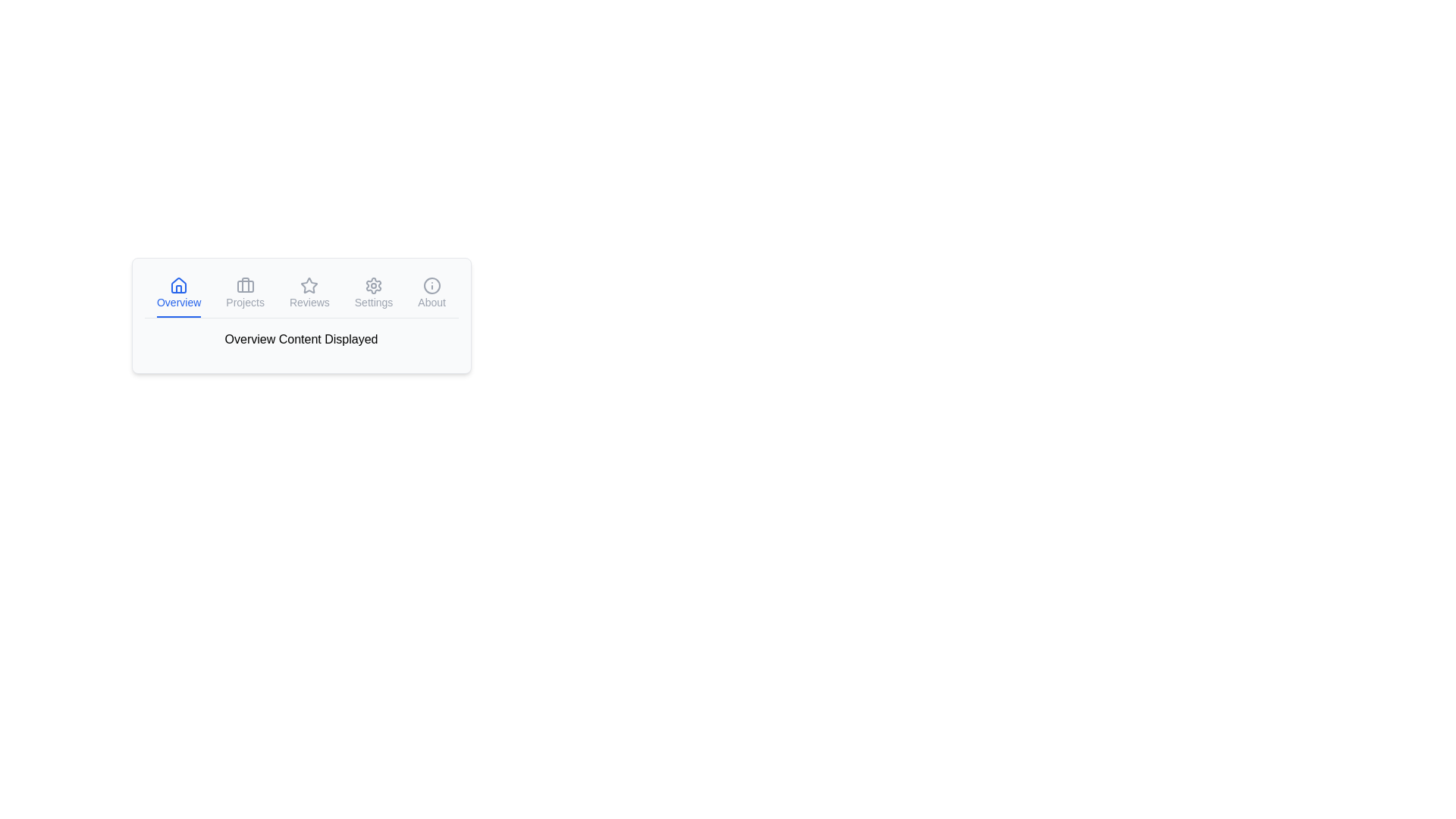 The image size is (1456, 819). I want to click on the tab labeled About to view its content, so click(431, 294).